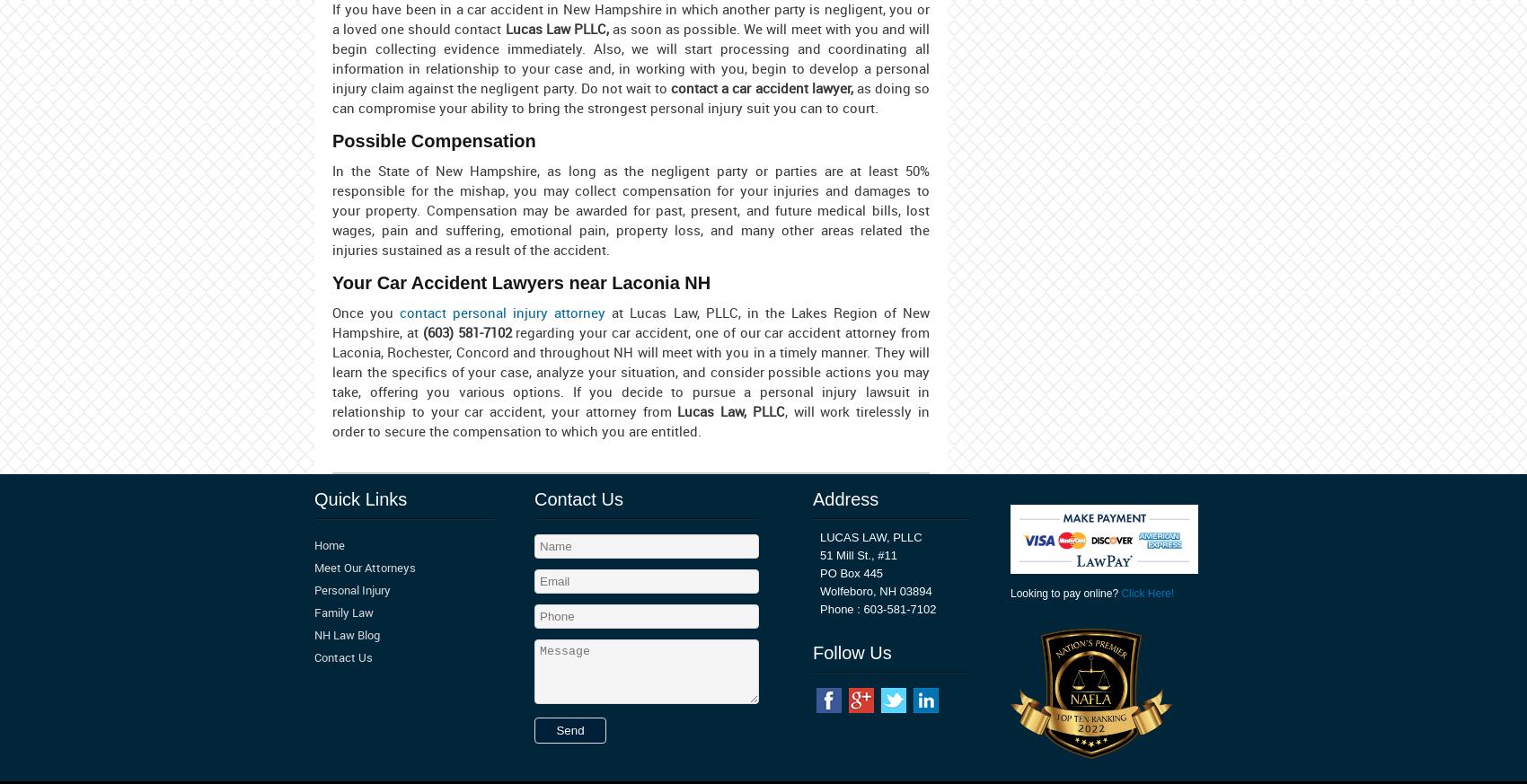 The height and width of the screenshot is (784, 1527). I want to click on 'If you have been in a car accident in New Hampshire in which another party is negligent, you or a loved one should contact', so click(331, 18).